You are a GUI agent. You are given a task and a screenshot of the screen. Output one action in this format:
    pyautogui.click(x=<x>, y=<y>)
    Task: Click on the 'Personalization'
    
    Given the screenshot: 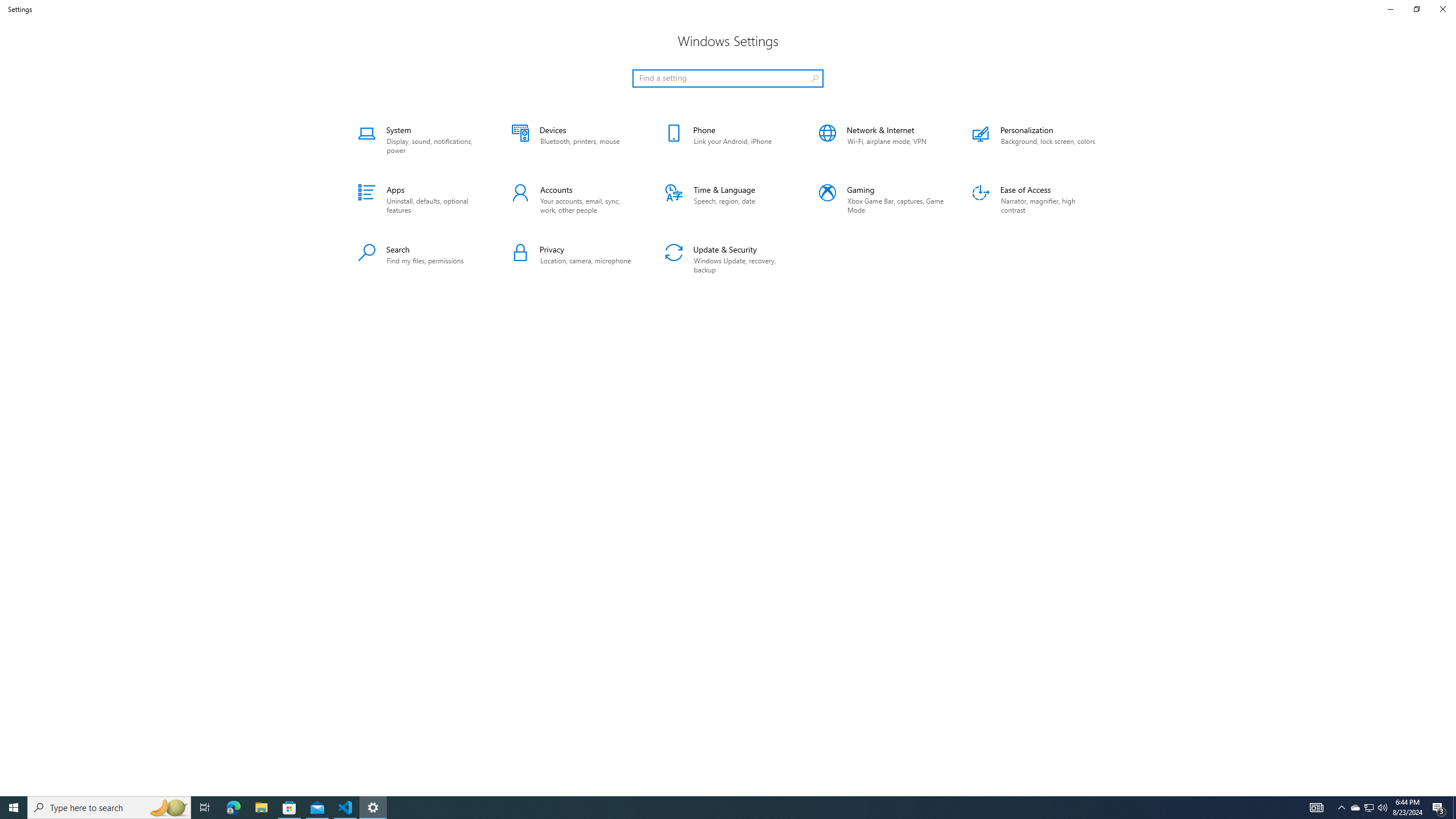 What is the action you would take?
    pyautogui.click(x=1035, y=139)
    